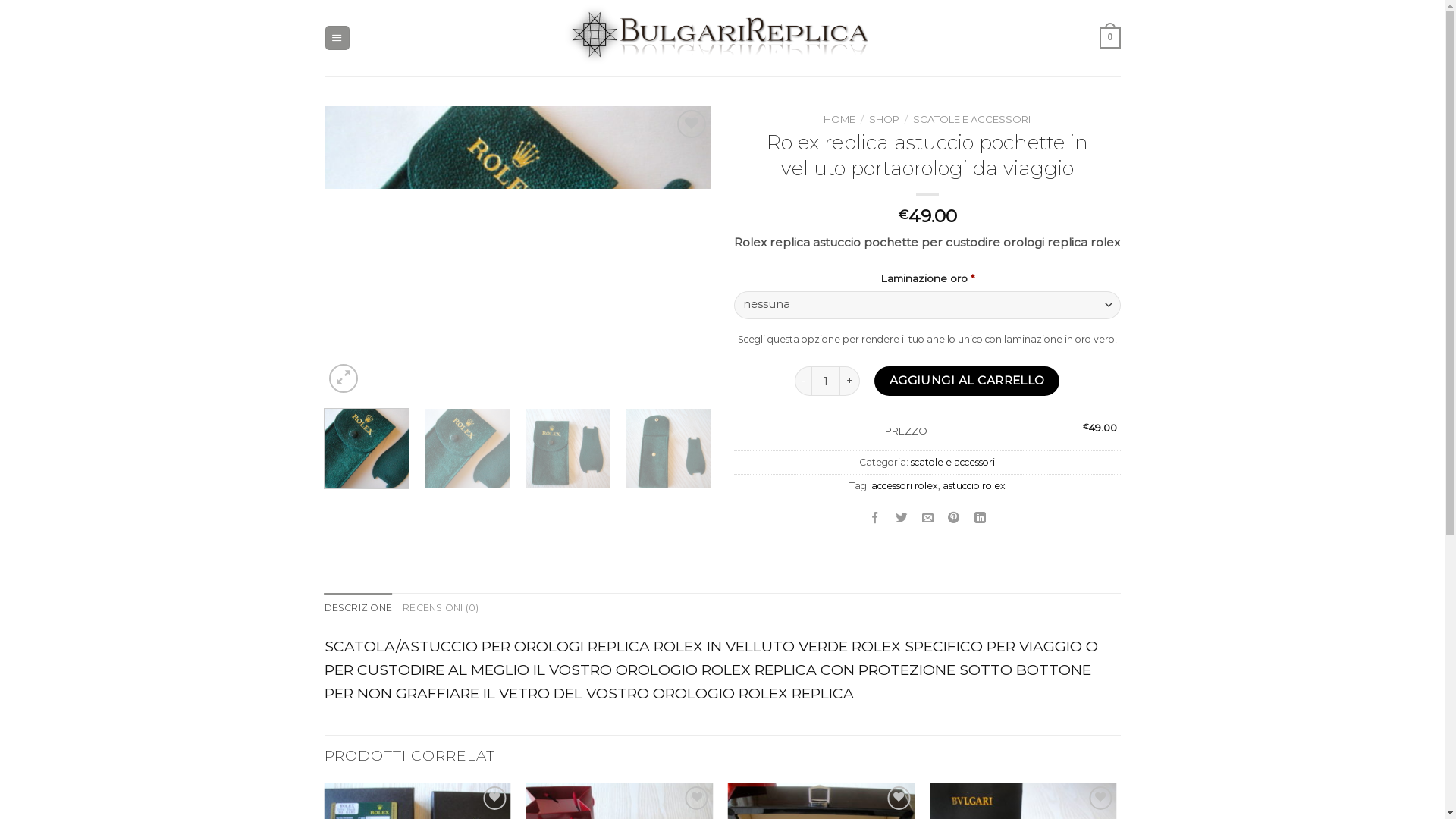  I want to click on 'Pin su Pinterest', so click(941, 517).